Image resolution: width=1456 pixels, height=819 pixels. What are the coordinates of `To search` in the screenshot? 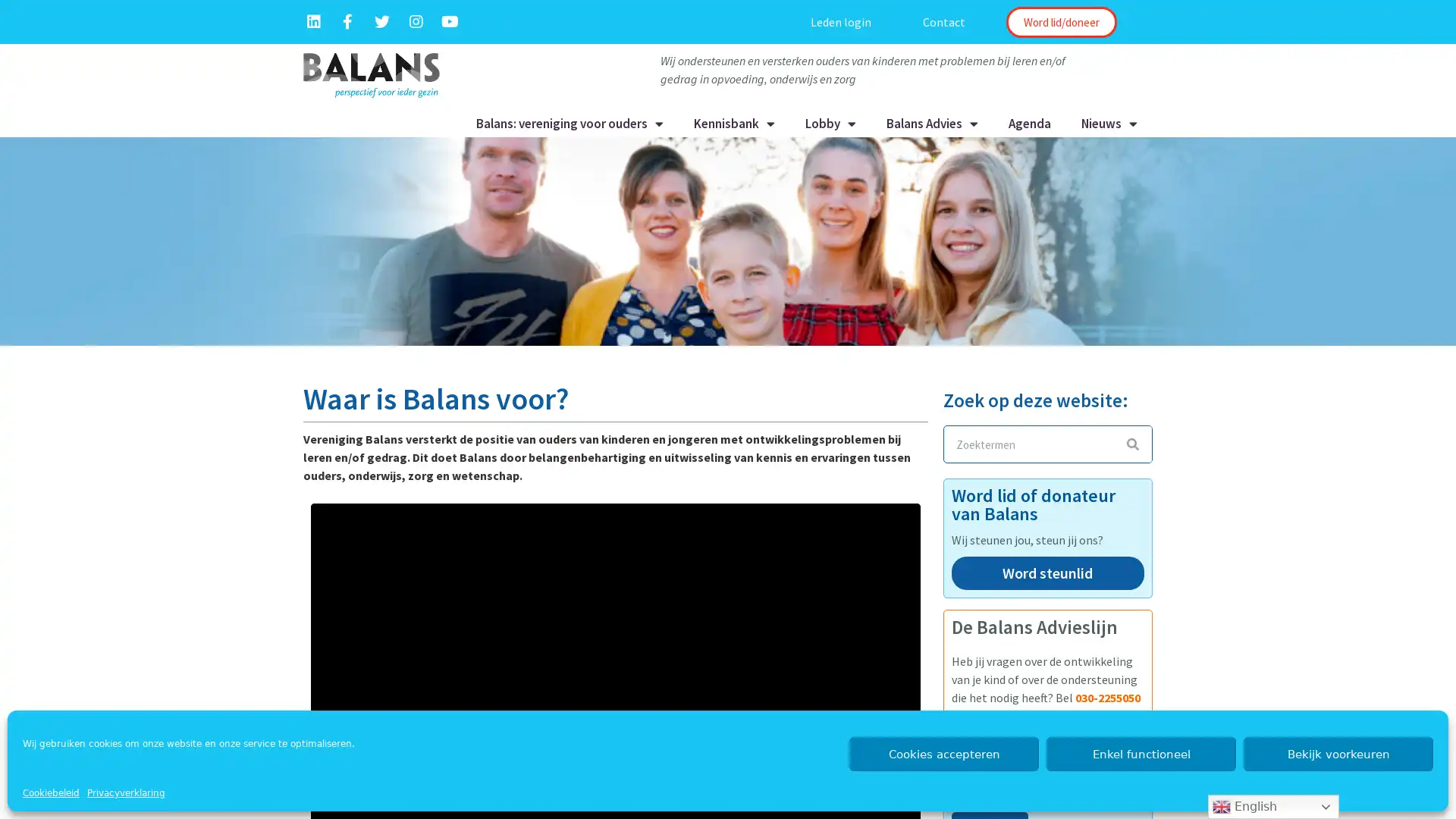 It's located at (1131, 444).